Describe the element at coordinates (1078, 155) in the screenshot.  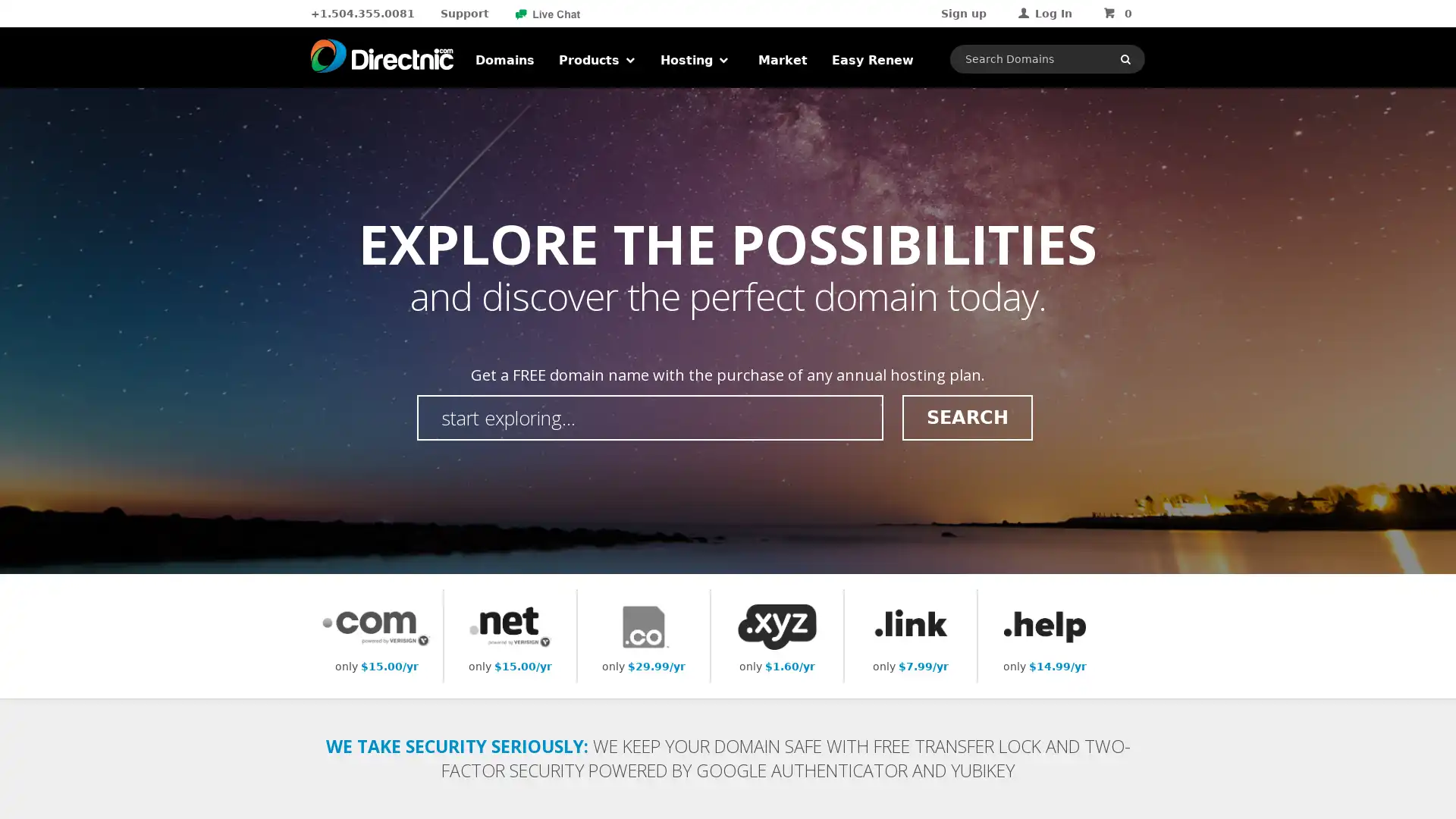
I see `LOGIN` at that location.